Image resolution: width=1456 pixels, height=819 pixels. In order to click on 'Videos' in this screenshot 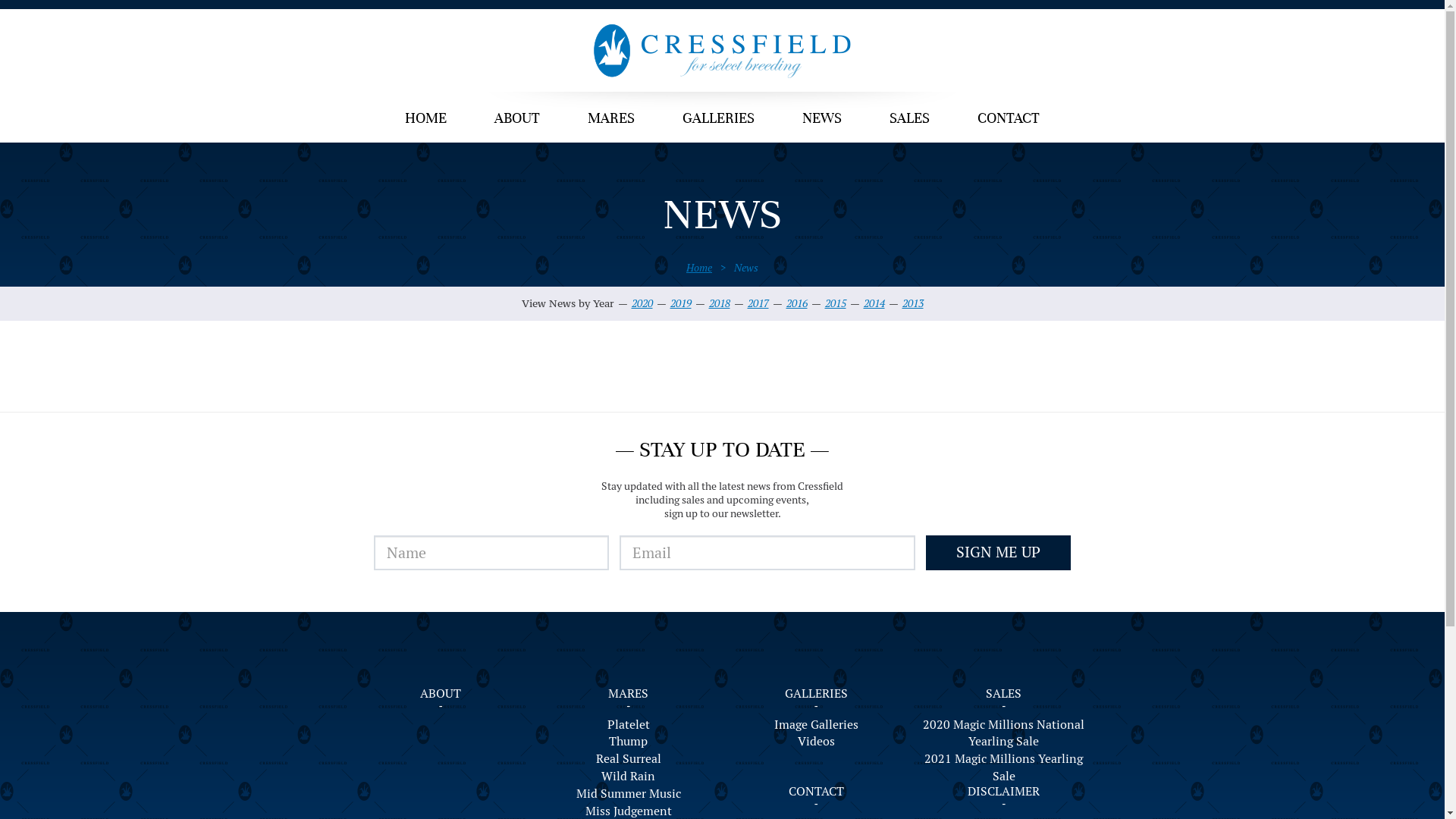, I will do `click(815, 741)`.